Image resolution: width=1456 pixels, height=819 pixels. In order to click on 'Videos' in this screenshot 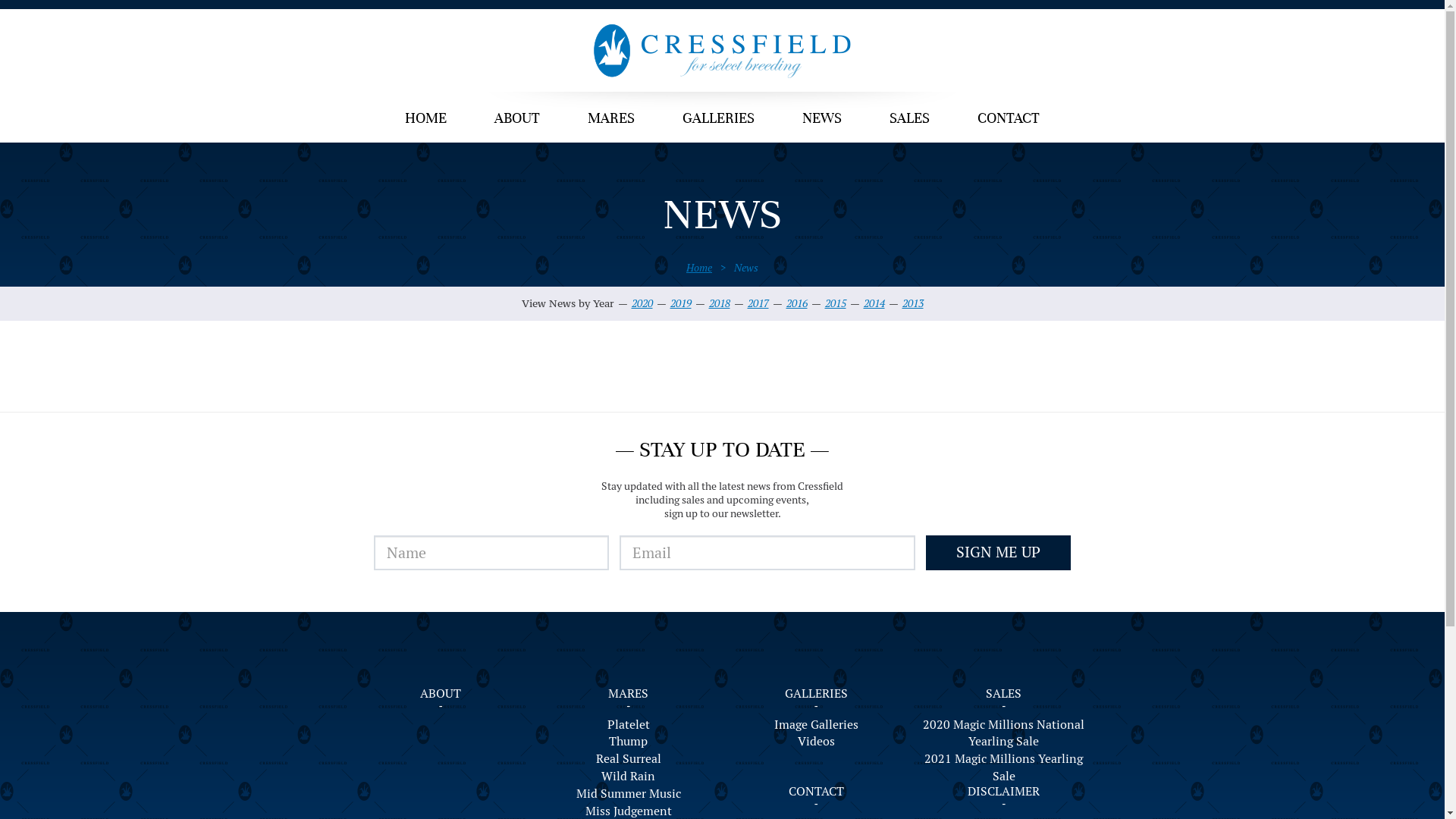, I will do `click(815, 741)`.